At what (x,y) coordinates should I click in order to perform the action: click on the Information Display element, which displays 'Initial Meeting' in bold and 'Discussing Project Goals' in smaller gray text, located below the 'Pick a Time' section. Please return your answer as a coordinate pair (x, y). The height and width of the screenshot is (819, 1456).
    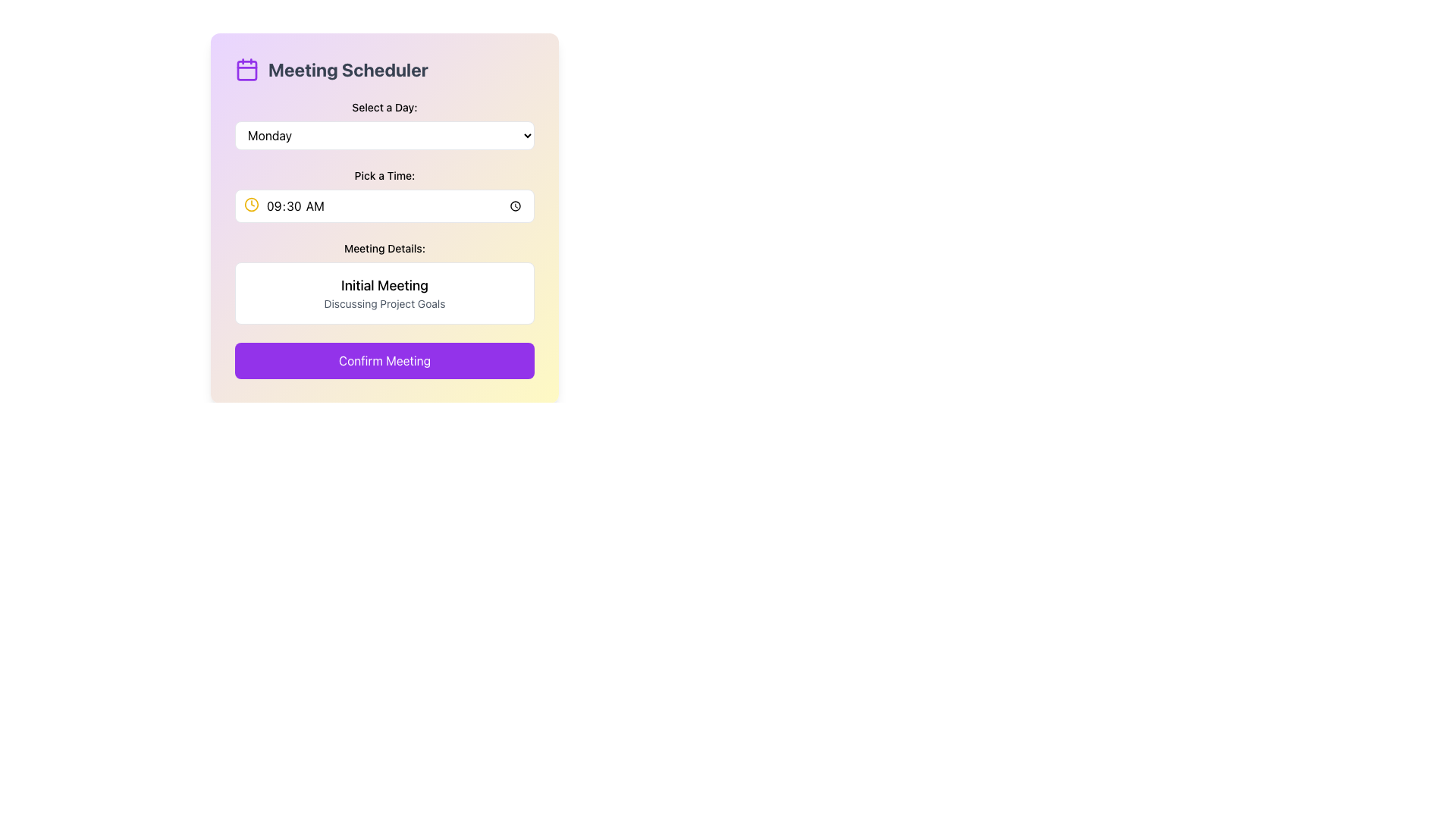
    Looking at the image, I should click on (384, 283).